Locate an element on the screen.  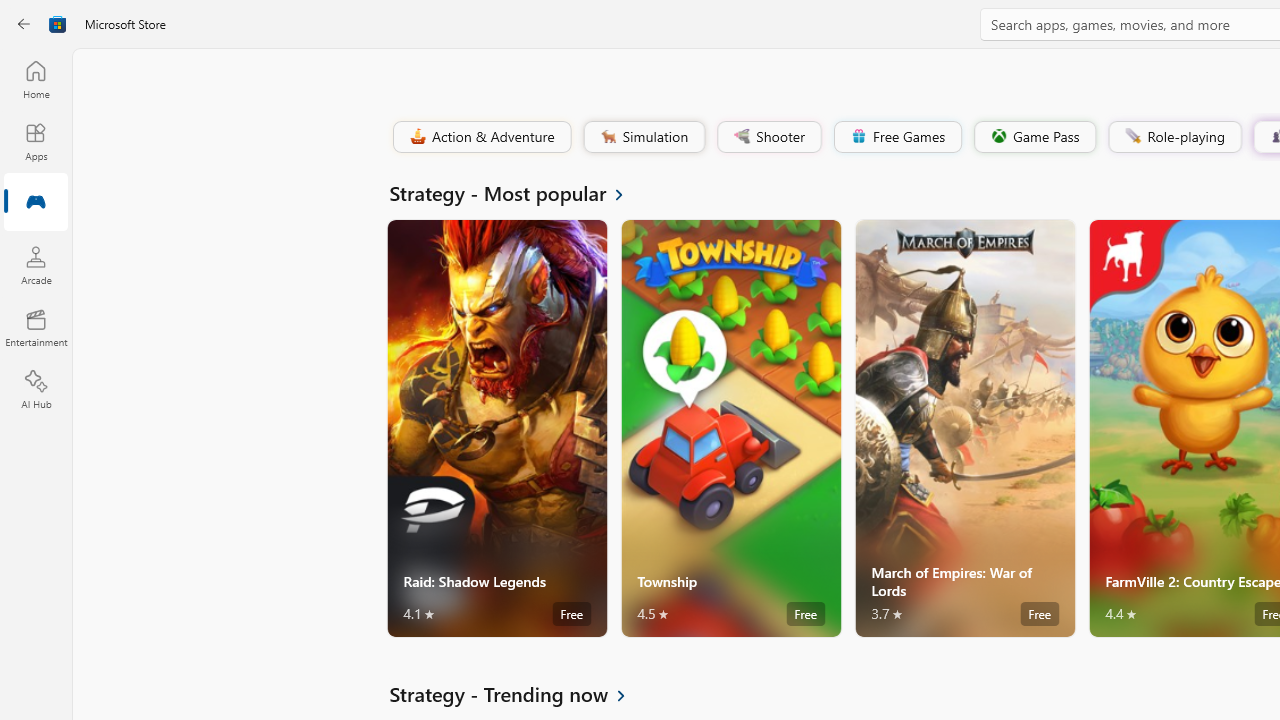
'Back' is located at coordinates (24, 24).